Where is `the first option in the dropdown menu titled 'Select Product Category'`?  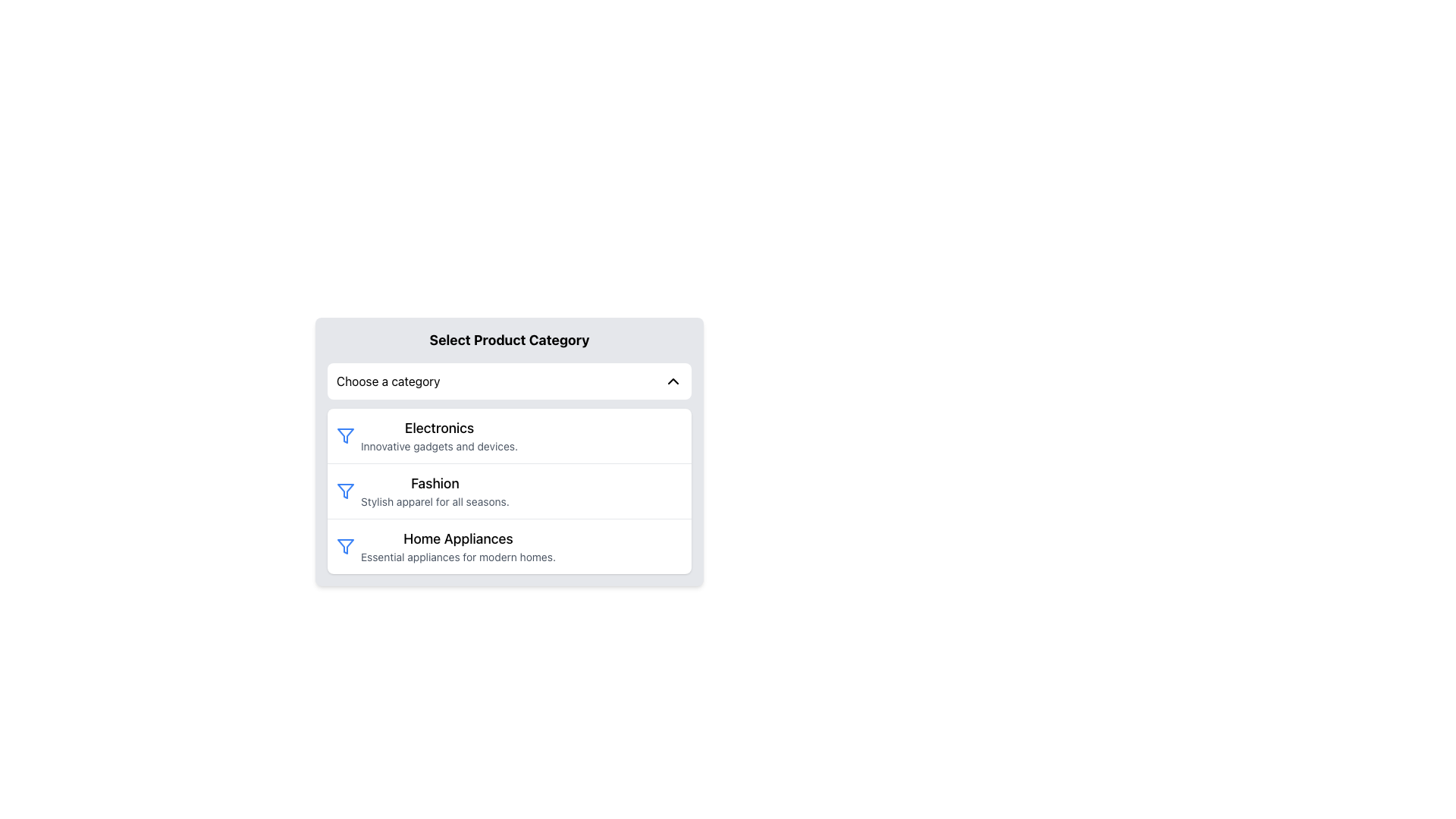 the first option in the dropdown menu titled 'Select Product Category' is located at coordinates (510, 451).